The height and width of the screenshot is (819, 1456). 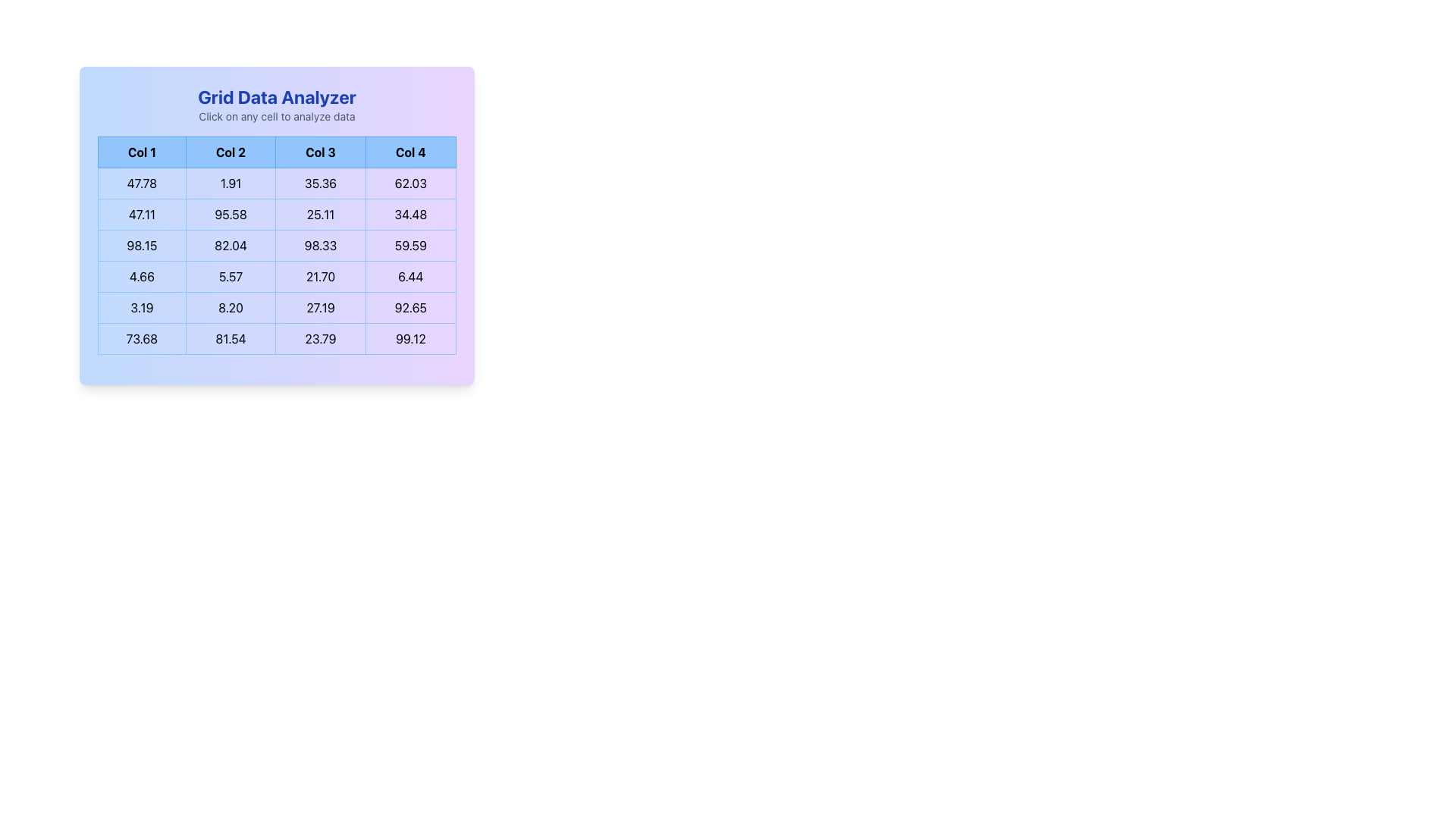 I want to click on the data grid cell in the fourth column and fourth row displaying '6.44', which is bordered and has a light background color, so click(x=410, y=277).